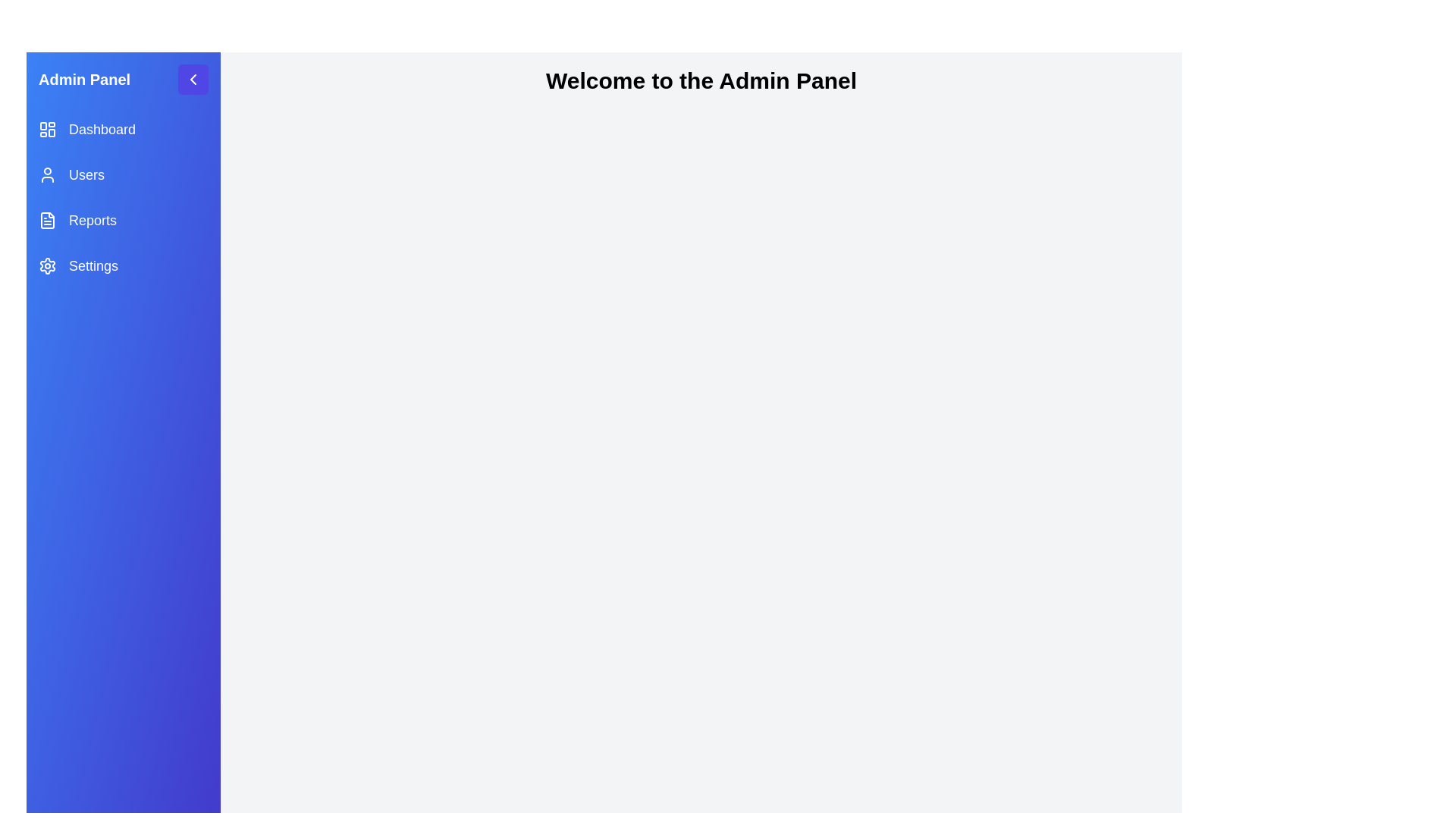 The image size is (1456, 819). I want to click on the navigation button located in the top-right corner of the 'Admin Panel' section header to trigger a visual state change, so click(192, 79).